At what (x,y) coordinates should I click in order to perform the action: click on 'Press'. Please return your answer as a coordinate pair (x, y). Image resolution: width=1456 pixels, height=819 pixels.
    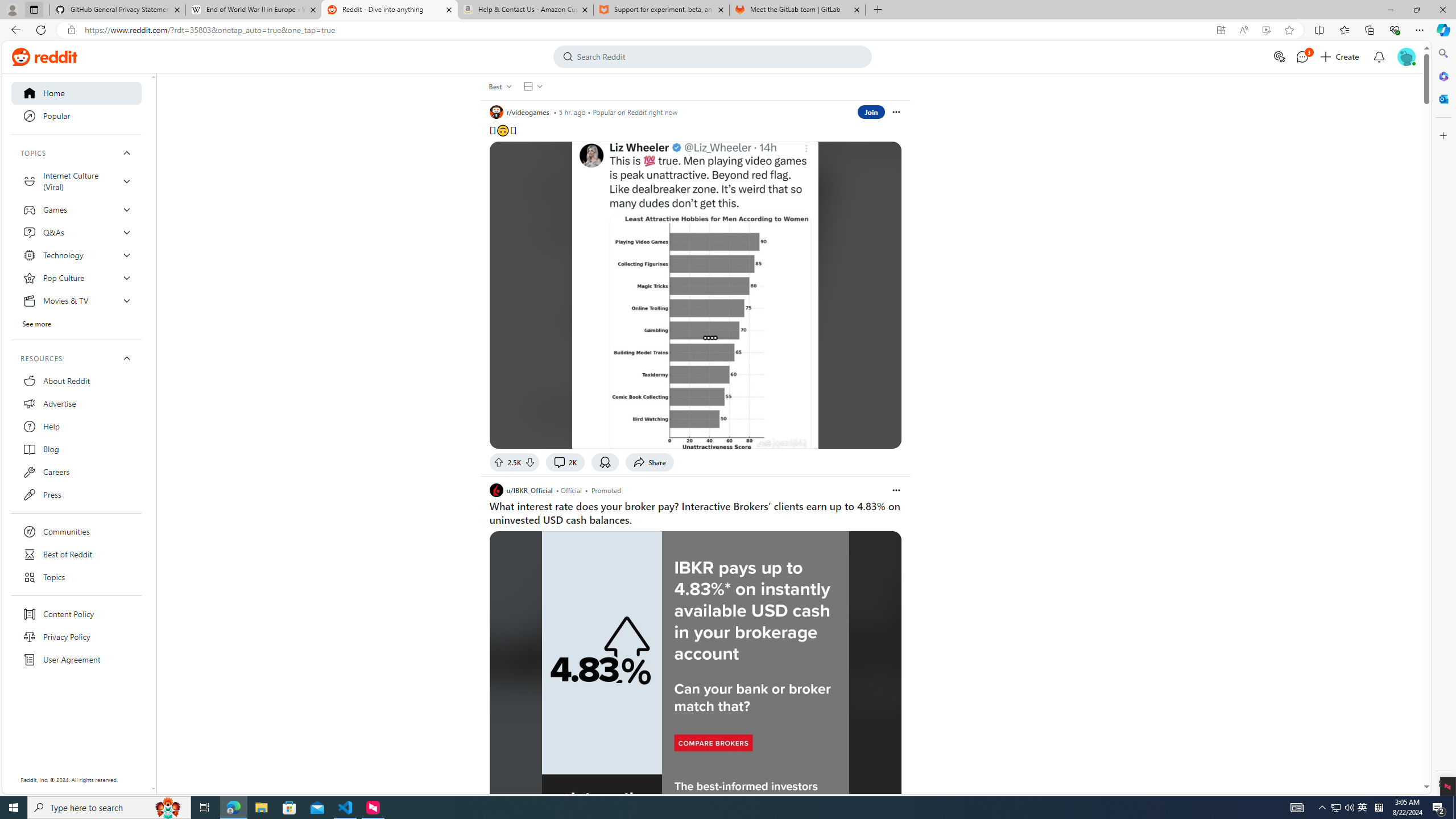
    Looking at the image, I should click on (76, 494).